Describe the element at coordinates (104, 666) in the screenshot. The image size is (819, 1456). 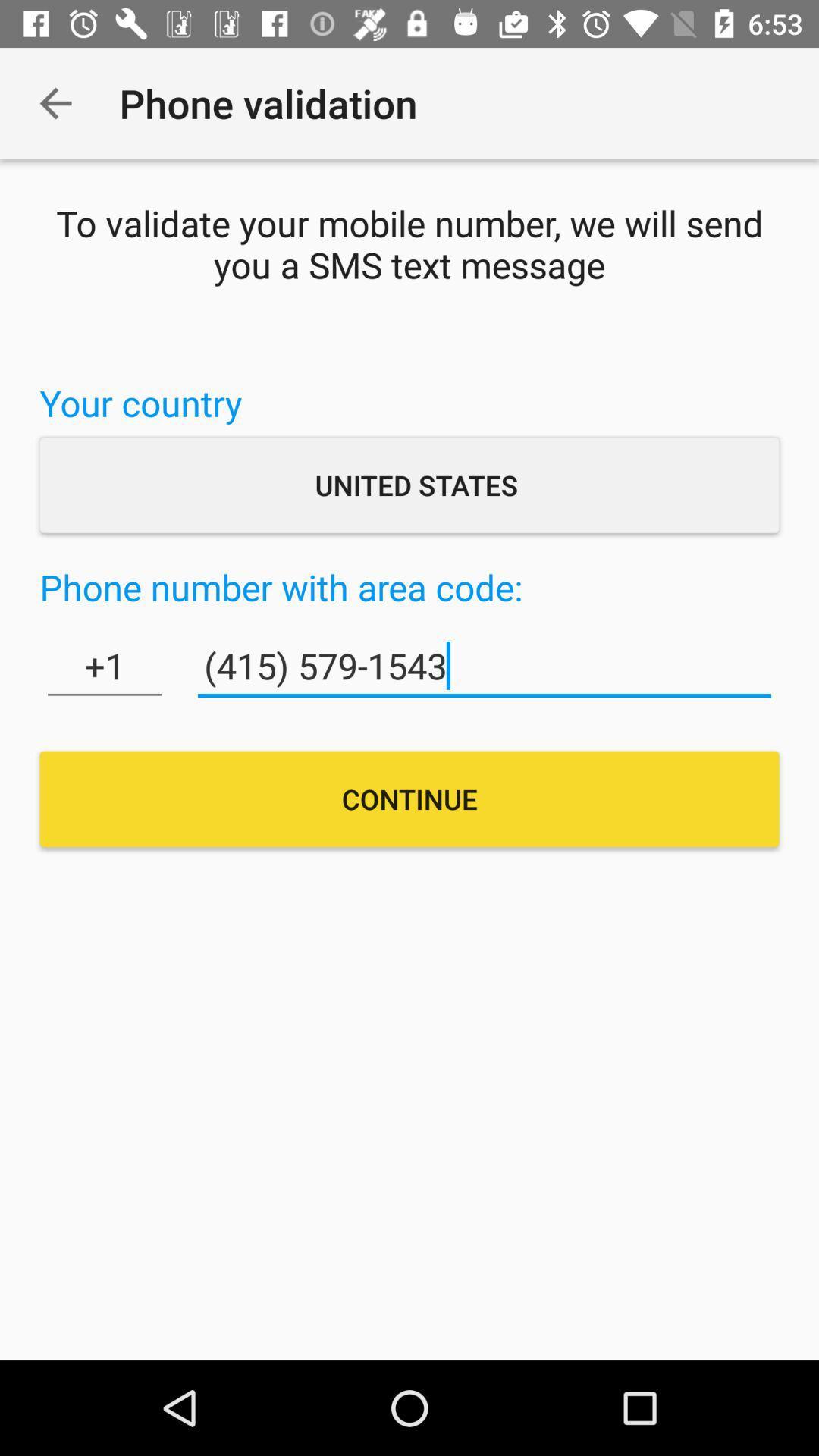
I see `the icon on the left` at that location.